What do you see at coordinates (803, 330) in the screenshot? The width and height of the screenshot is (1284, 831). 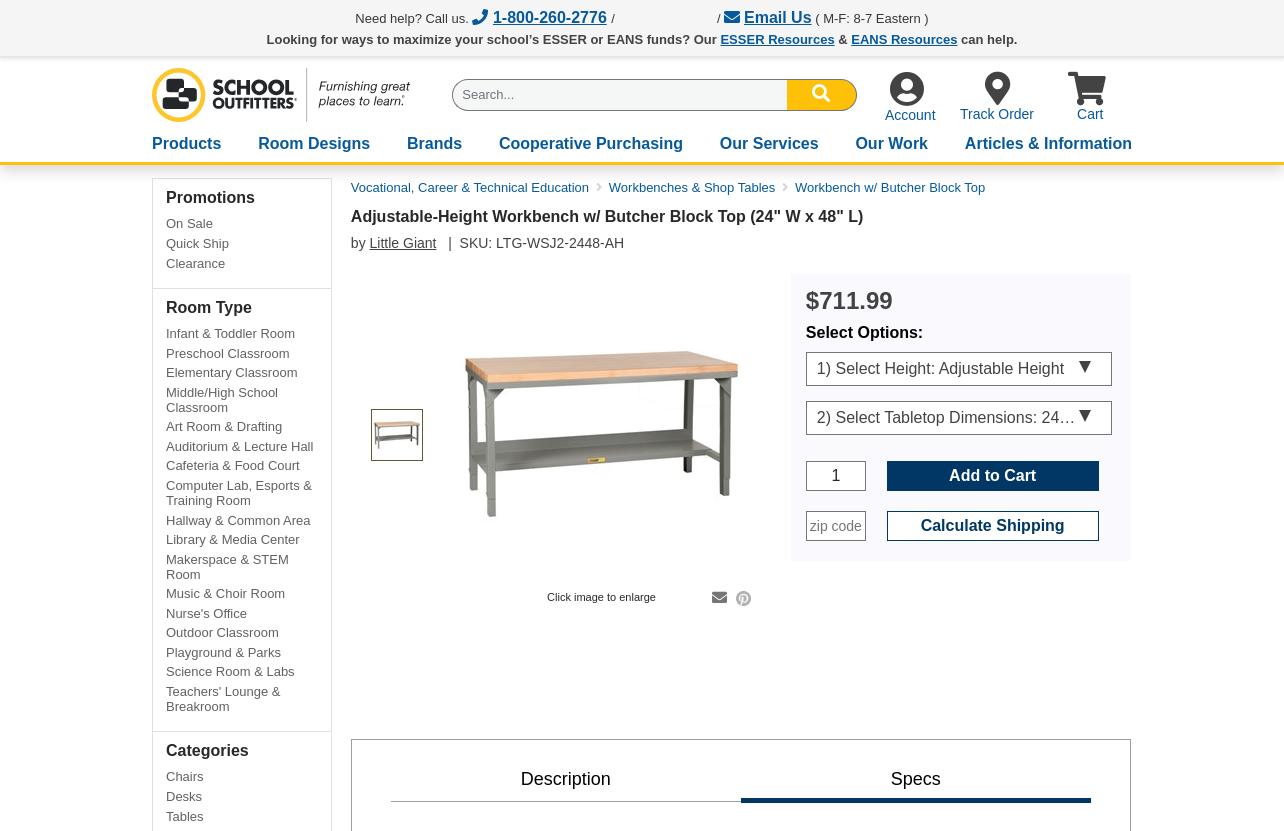 I see `'Select Options:'` at bounding box center [803, 330].